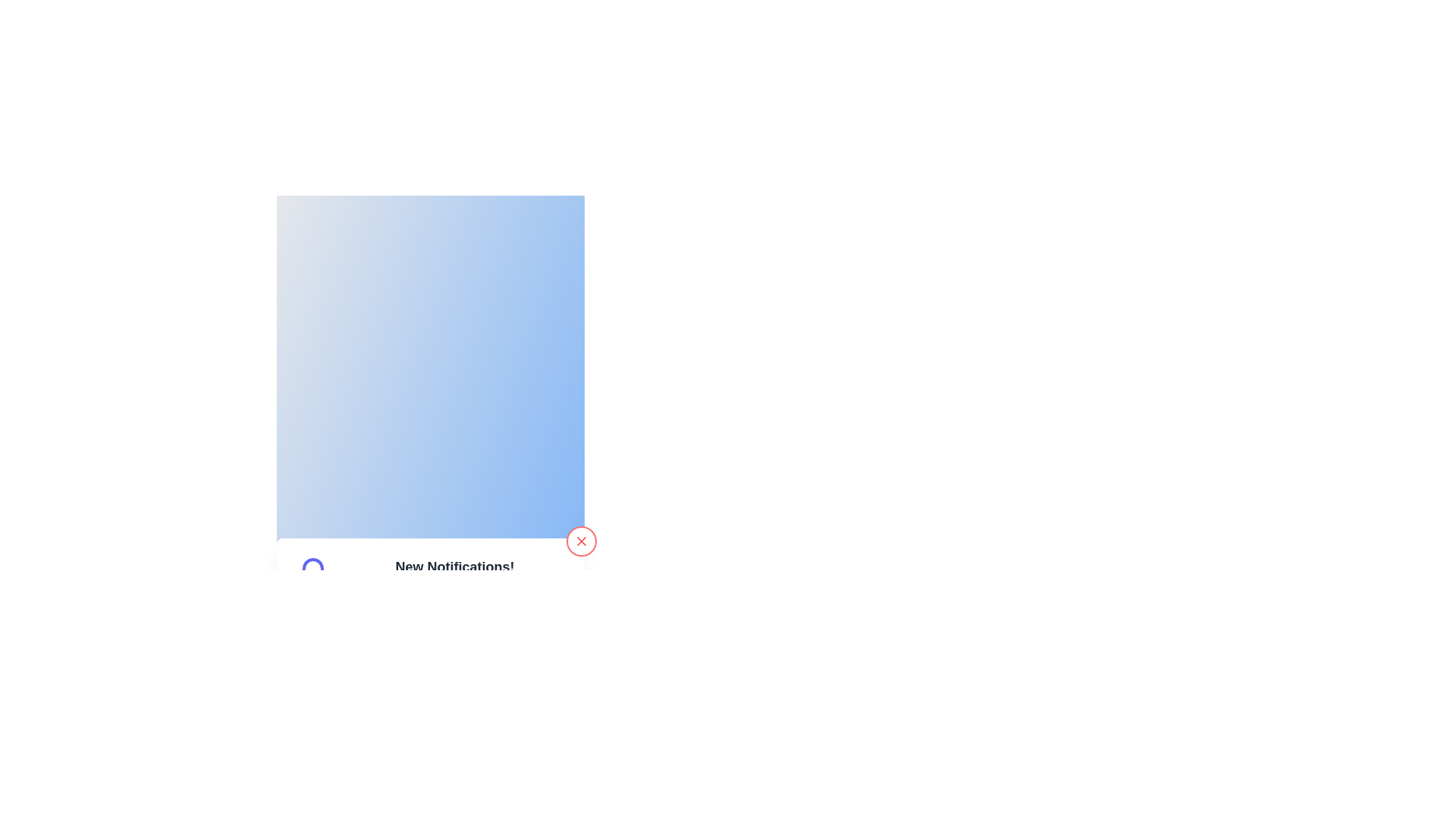  Describe the element at coordinates (581, 540) in the screenshot. I see `the circular dismiss button with a white background and a red border containing a red 'X' icon, located at the top-right corner of the notification card labeled 'New Notifications!'` at that location.